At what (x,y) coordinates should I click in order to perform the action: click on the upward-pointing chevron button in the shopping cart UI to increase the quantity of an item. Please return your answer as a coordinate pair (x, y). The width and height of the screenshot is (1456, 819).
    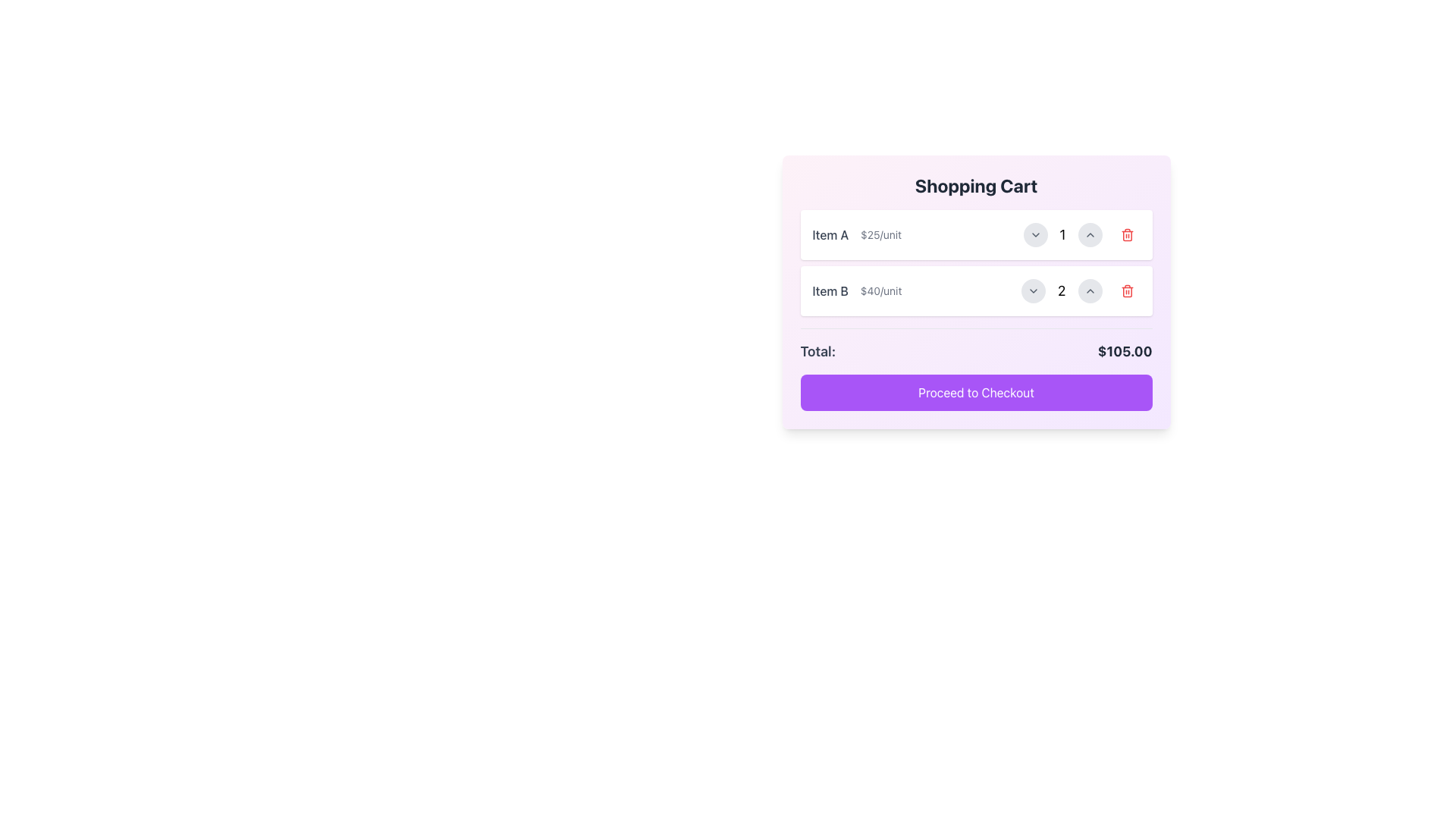
    Looking at the image, I should click on (1089, 291).